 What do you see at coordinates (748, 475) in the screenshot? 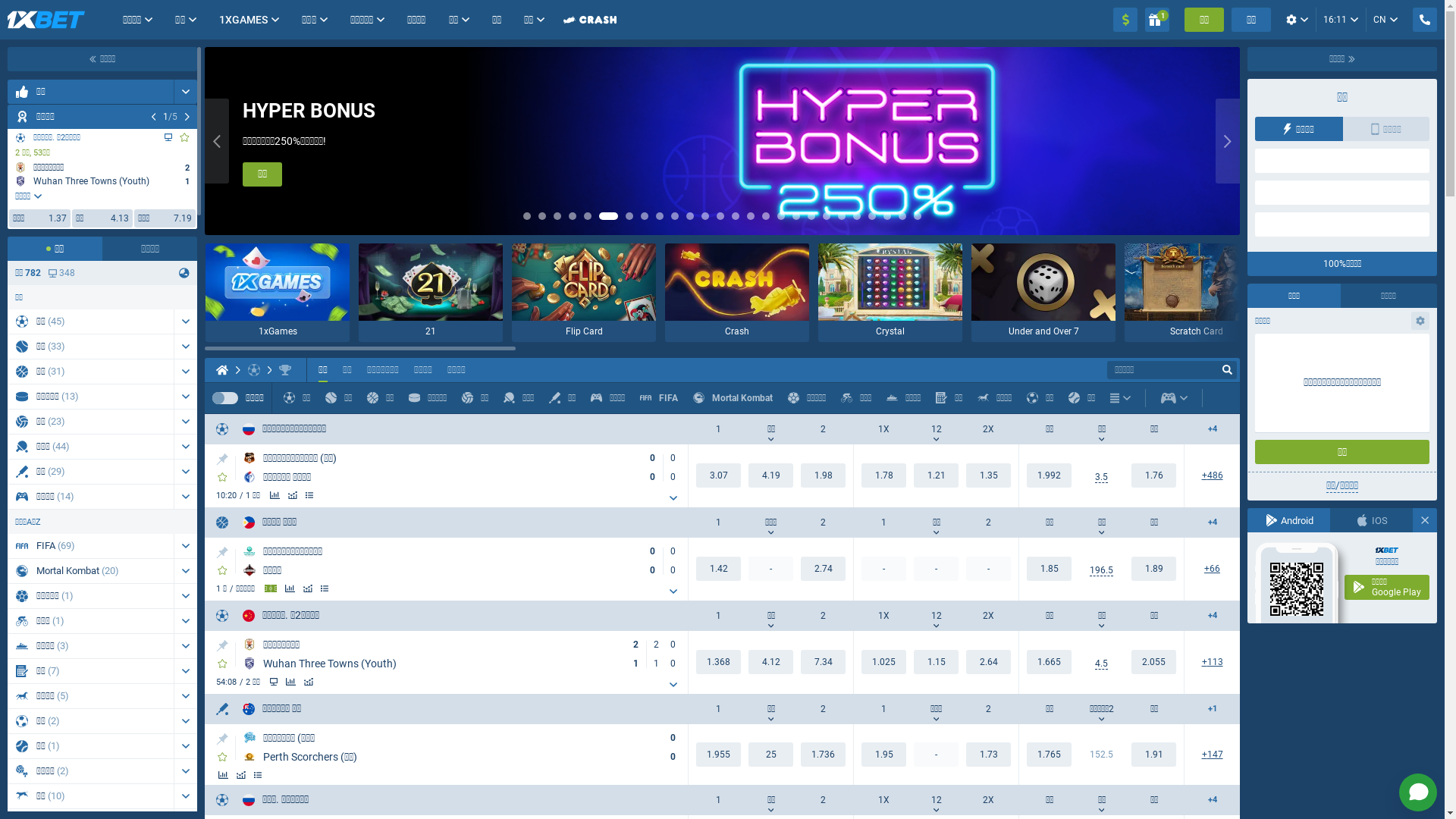
I see `'4.19'` at bounding box center [748, 475].